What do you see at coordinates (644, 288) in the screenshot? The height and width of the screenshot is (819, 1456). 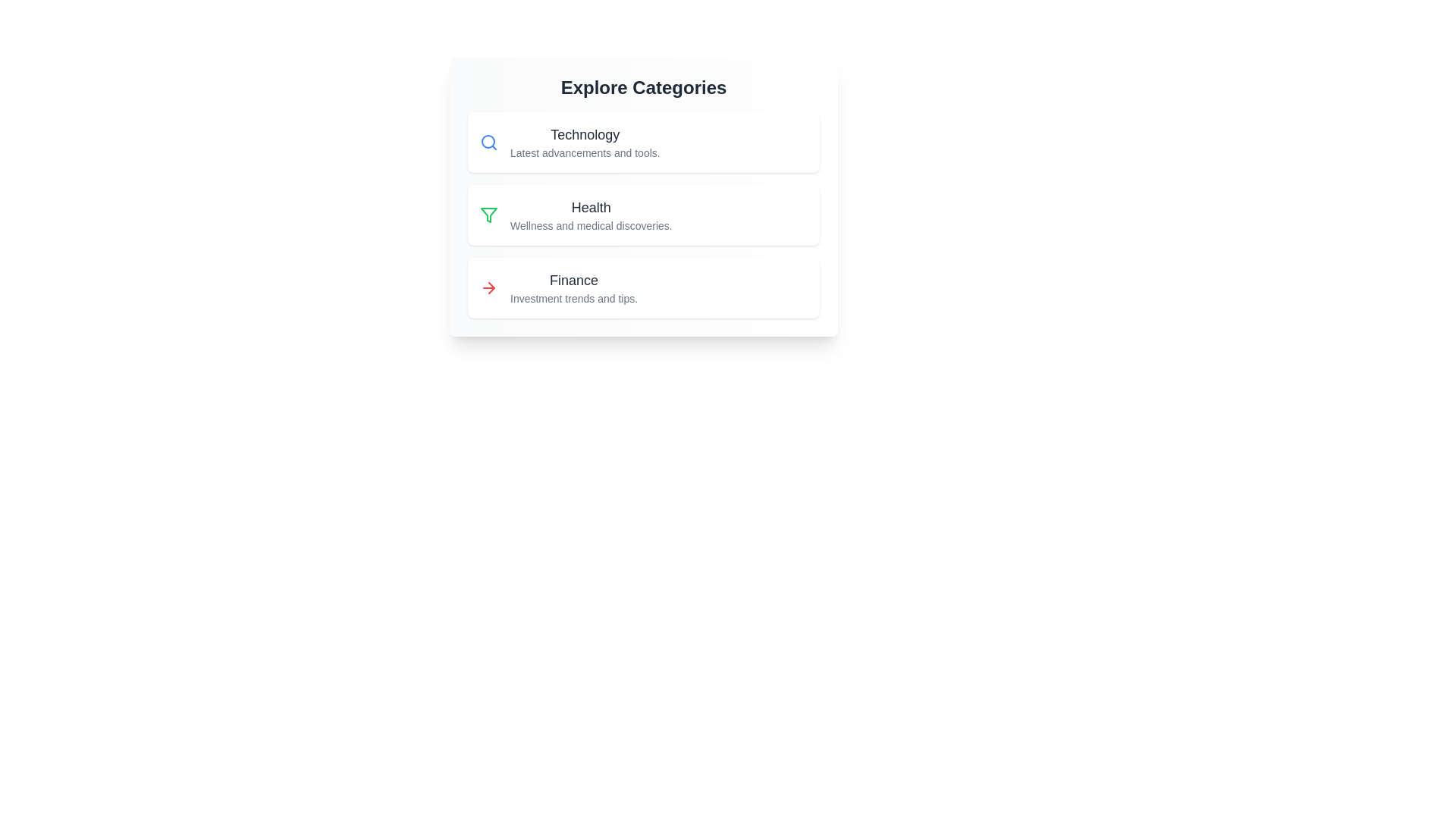 I see `the category Finance to observe its hover effects` at bounding box center [644, 288].